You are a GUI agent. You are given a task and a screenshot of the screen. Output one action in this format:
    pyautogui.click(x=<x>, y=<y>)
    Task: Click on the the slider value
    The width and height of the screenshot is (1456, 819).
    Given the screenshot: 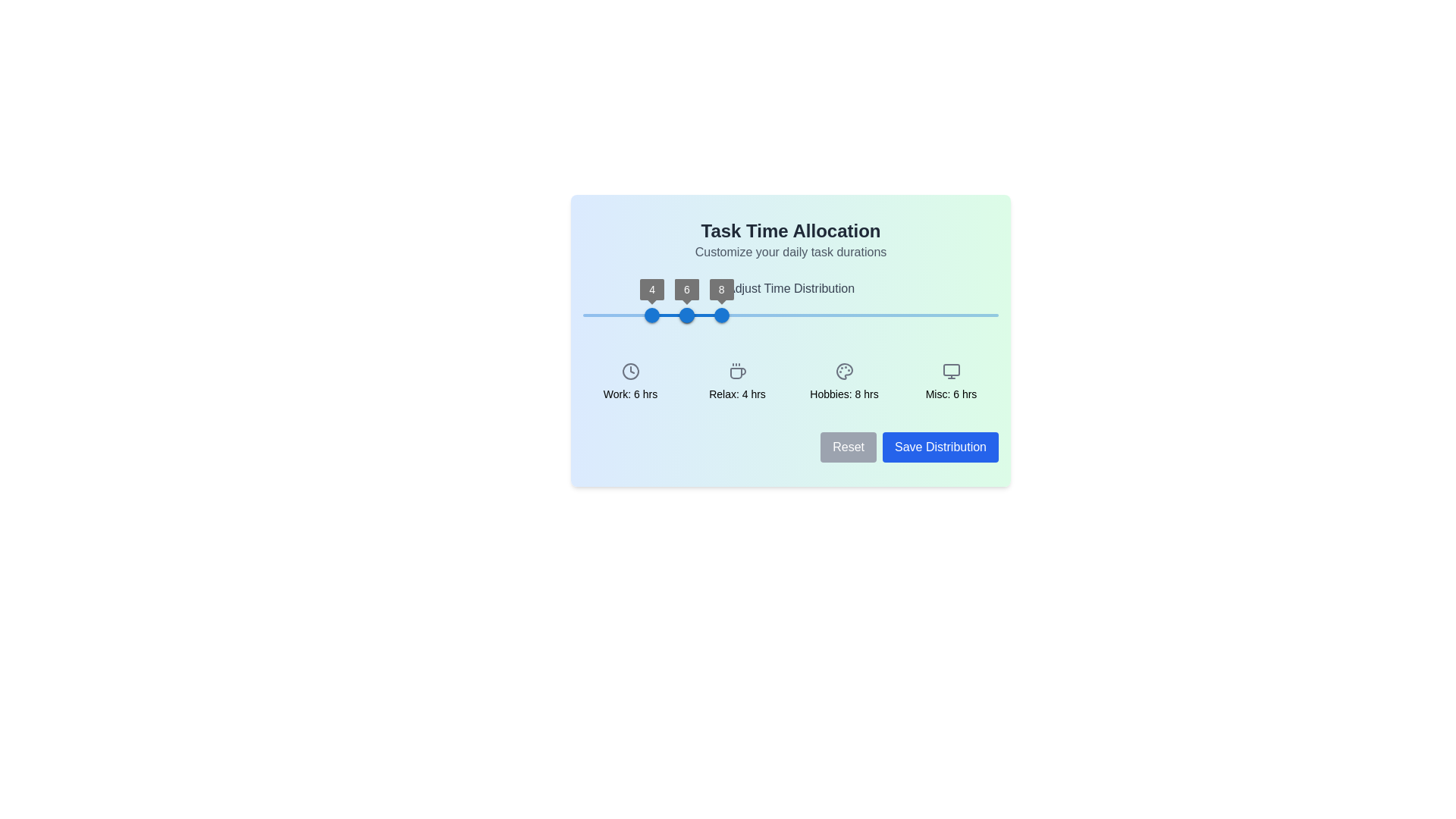 What is the action you would take?
    pyautogui.click(x=610, y=315)
    